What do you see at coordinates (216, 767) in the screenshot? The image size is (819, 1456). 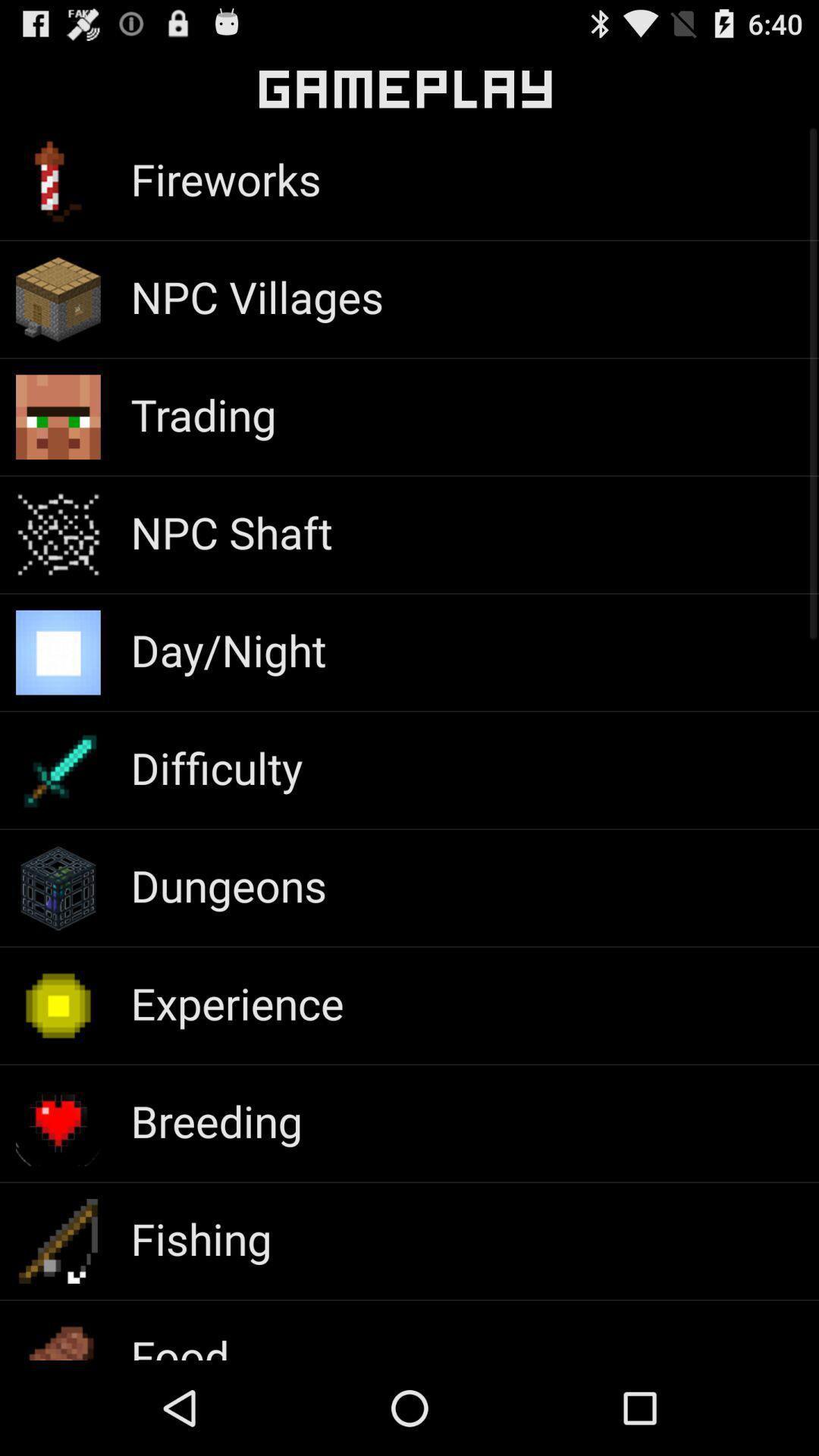 I see `the difficulty icon` at bounding box center [216, 767].